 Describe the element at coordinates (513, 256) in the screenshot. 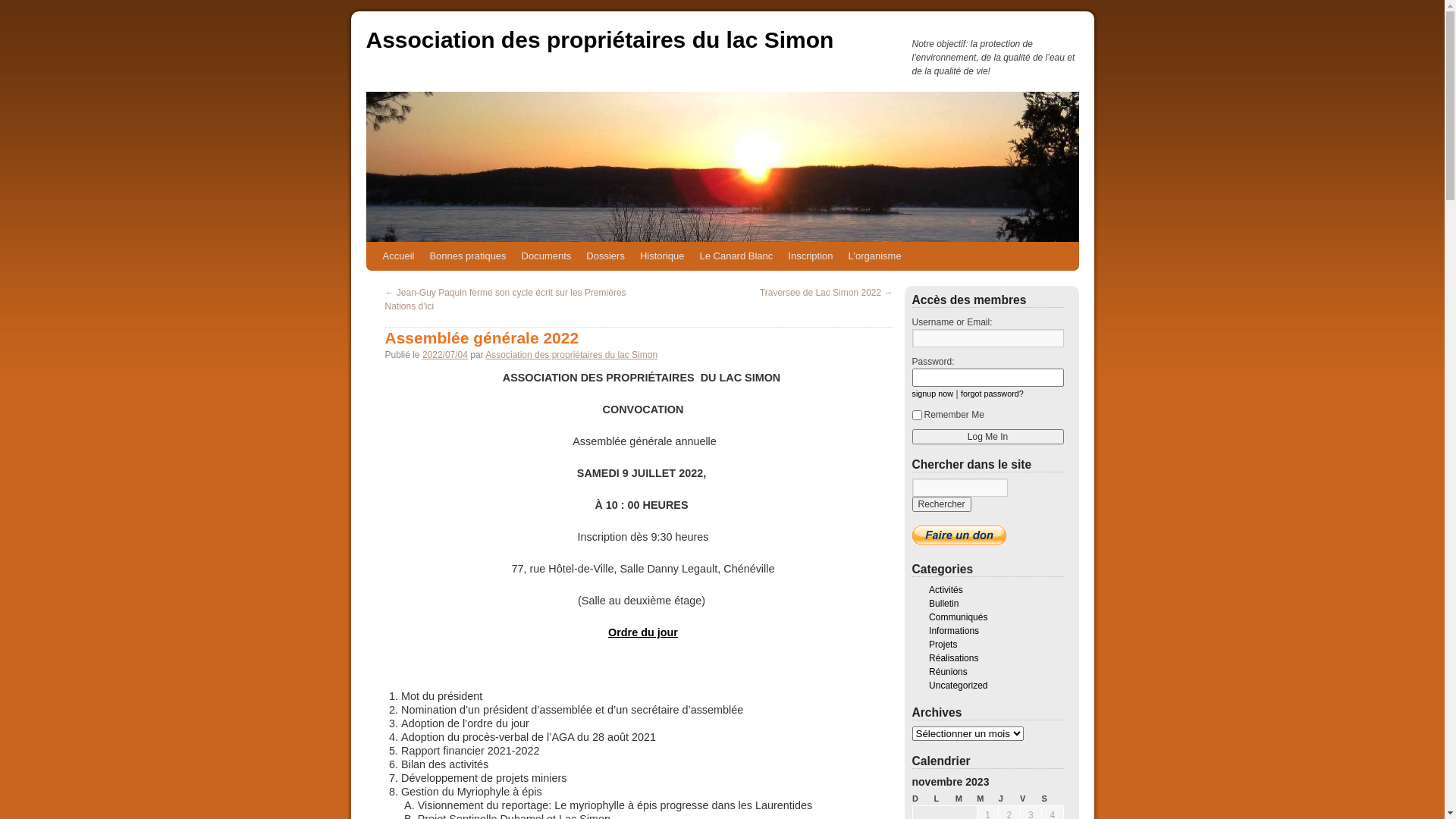

I see `'Documents'` at that location.